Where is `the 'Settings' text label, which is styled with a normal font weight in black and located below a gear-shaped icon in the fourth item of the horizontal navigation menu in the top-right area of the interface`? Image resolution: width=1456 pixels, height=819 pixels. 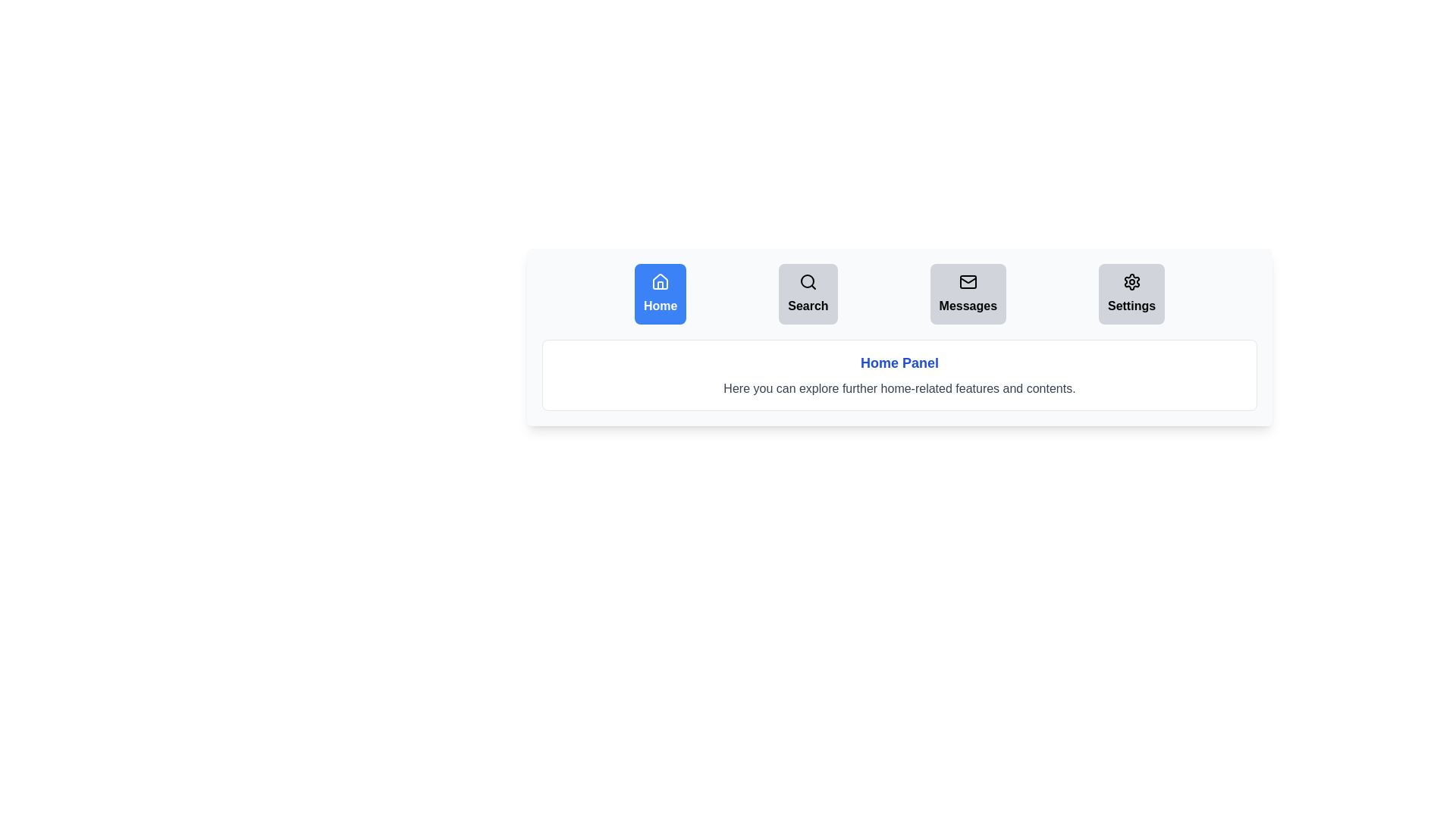 the 'Settings' text label, which is styled with a normal font weight in black and located below a gear-shaped icon in the fourth item of the horizontal navigation menu in the top-right area of the interface is located at coordinates (1131, 306).